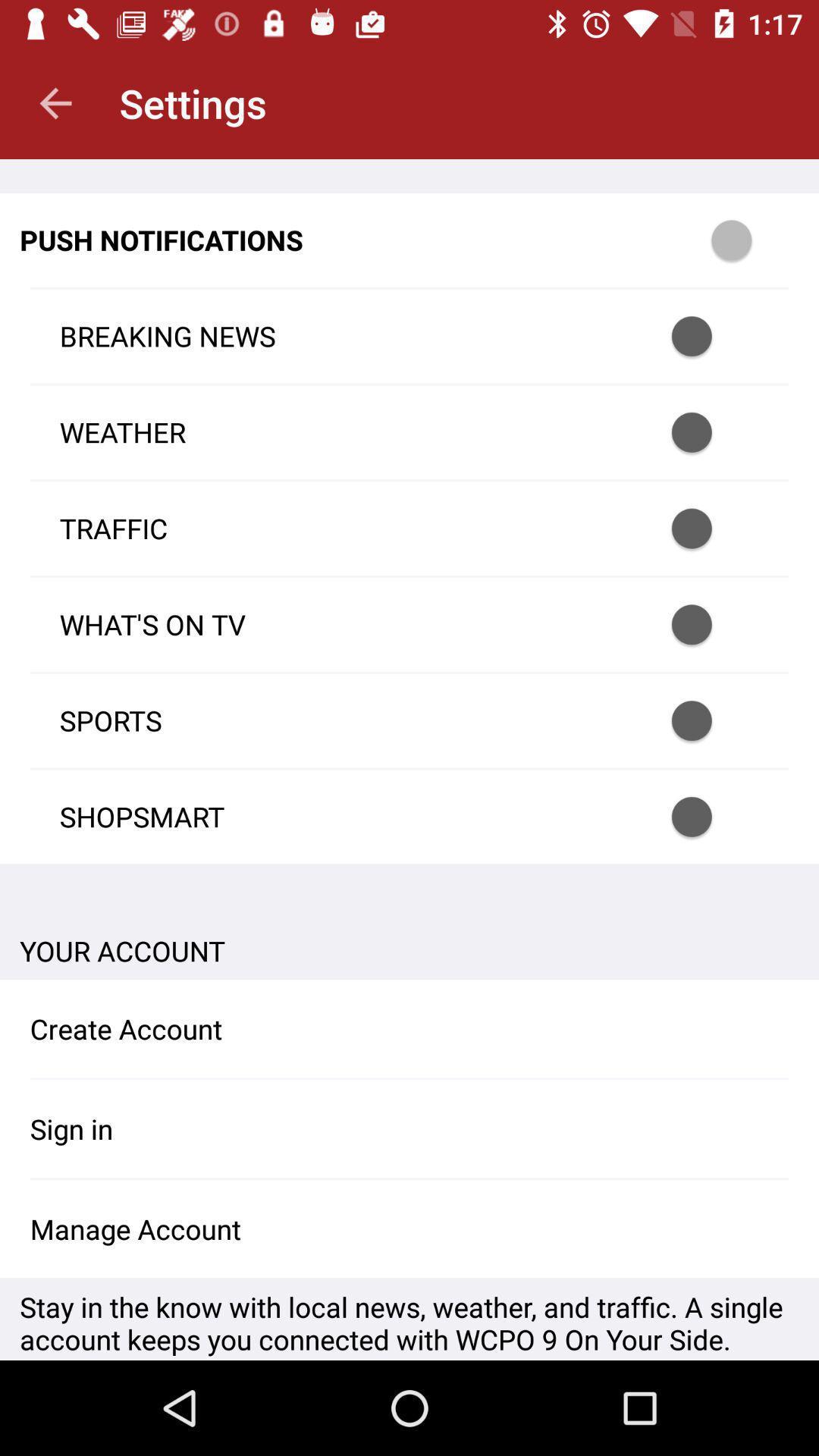  What do you see at coordinates (711, 720) in the screenshot?
I see `enable sports notifications` at bounding box center [711, 720].